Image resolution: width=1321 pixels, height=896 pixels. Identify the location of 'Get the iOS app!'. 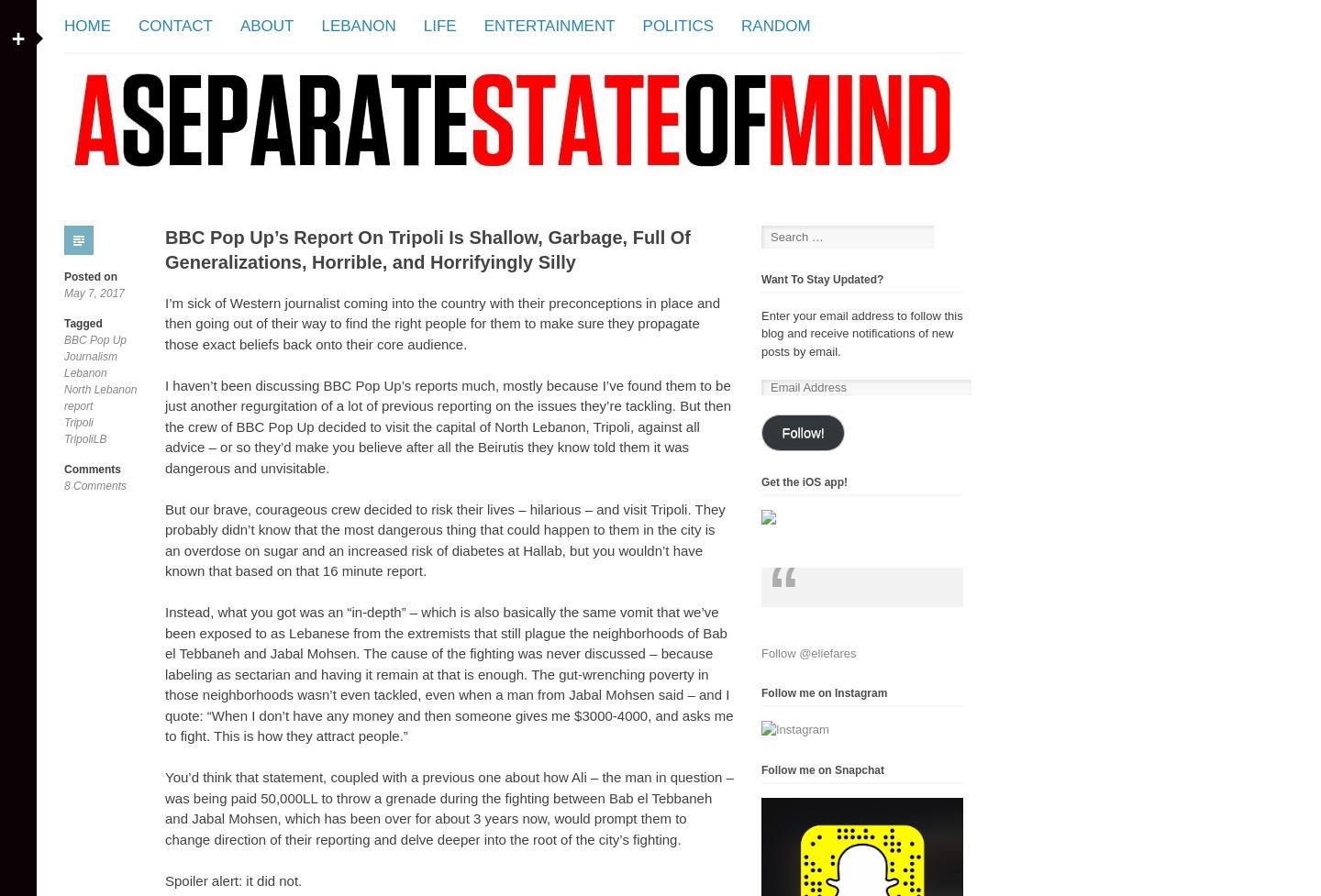
(803, 481).